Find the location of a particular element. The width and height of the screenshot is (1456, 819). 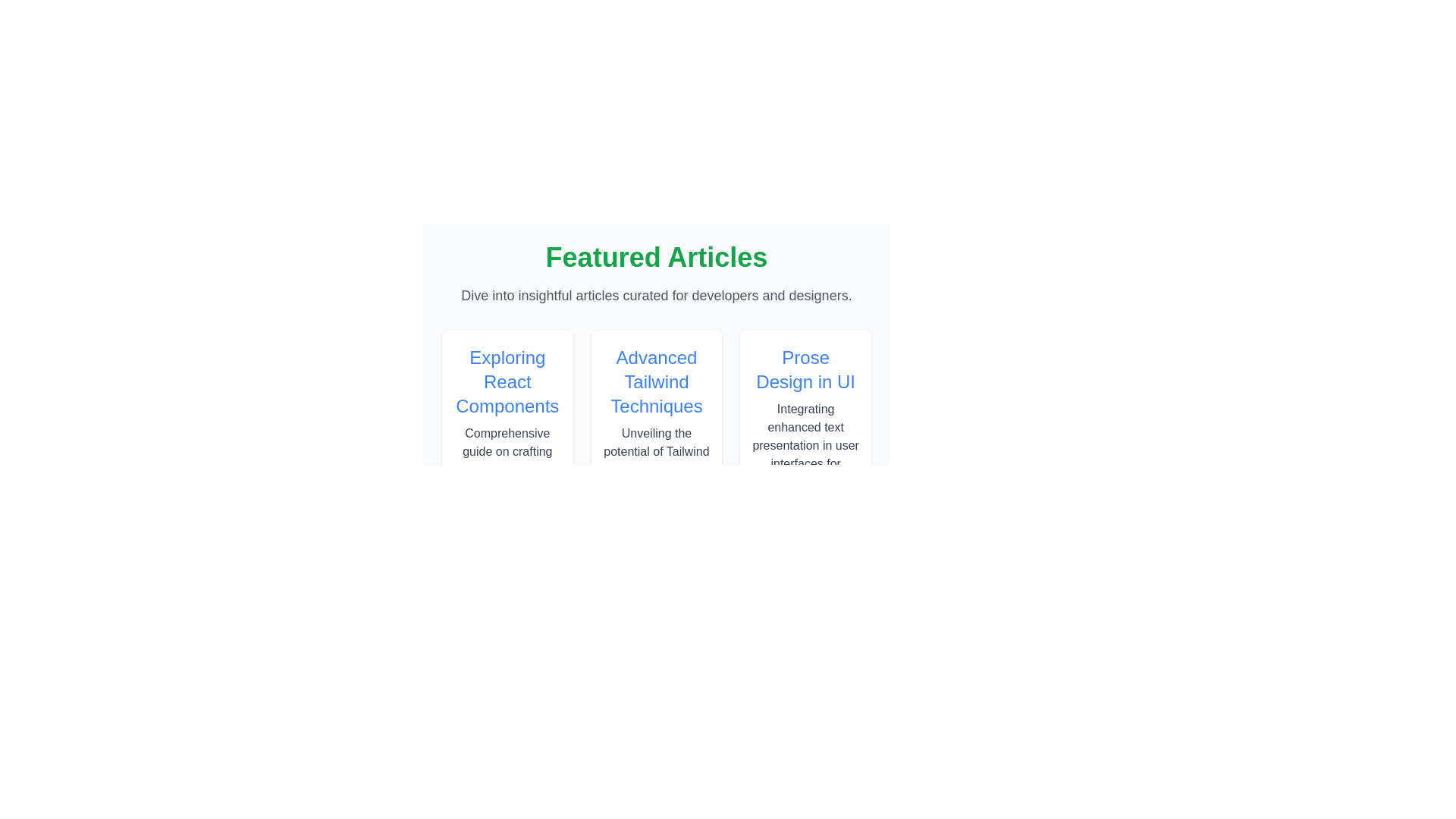

the card highlighting the article titled 'Advanced Tailwind Techniques' located in the 'Featured Articles' section is located at coordinates (656, 334).